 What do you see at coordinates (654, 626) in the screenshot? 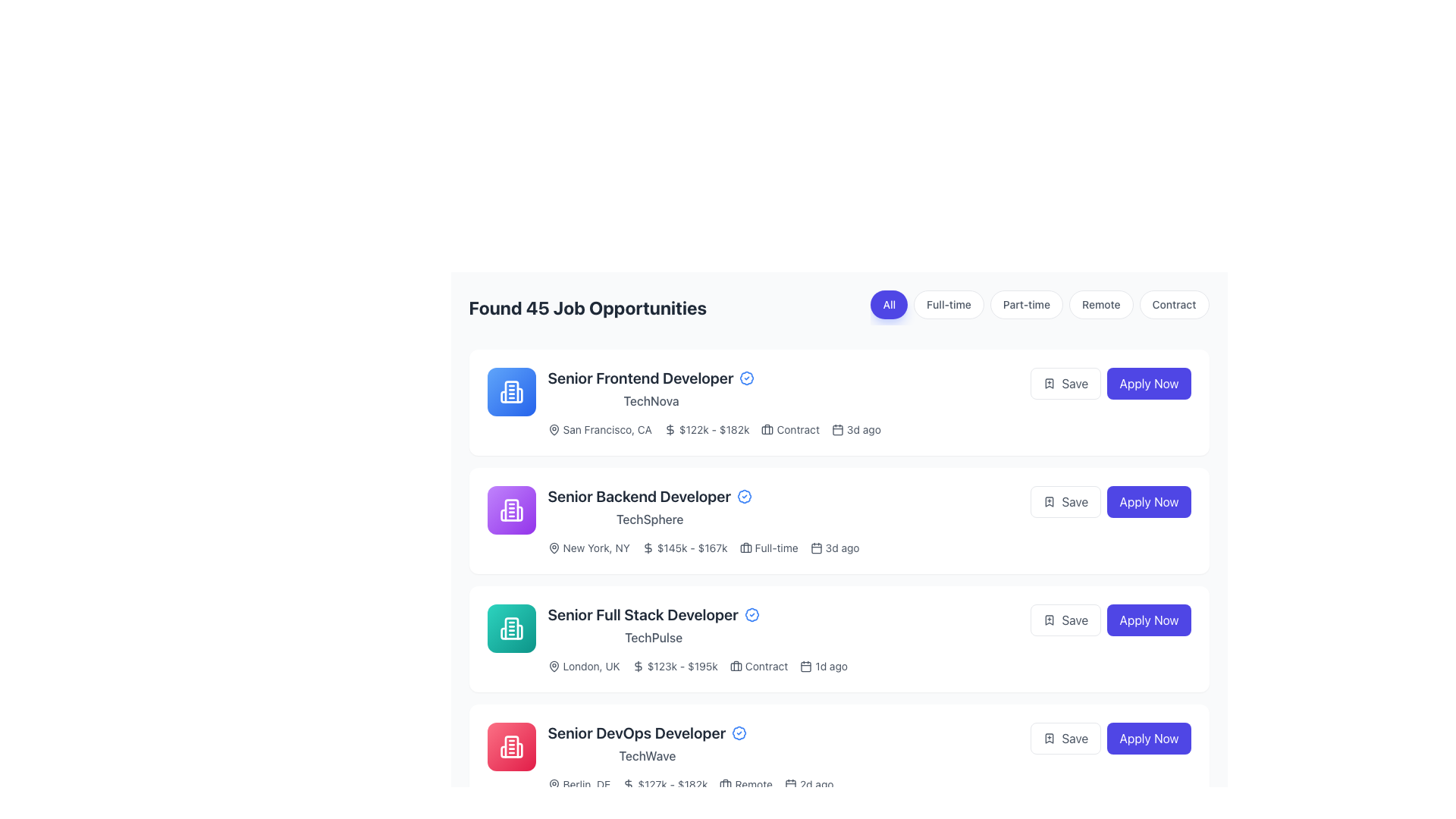
I see `the text label that displays 'Senior Full Stack Developer' in a bold font style to interact with the job listing` at bounding box center [654, 626].